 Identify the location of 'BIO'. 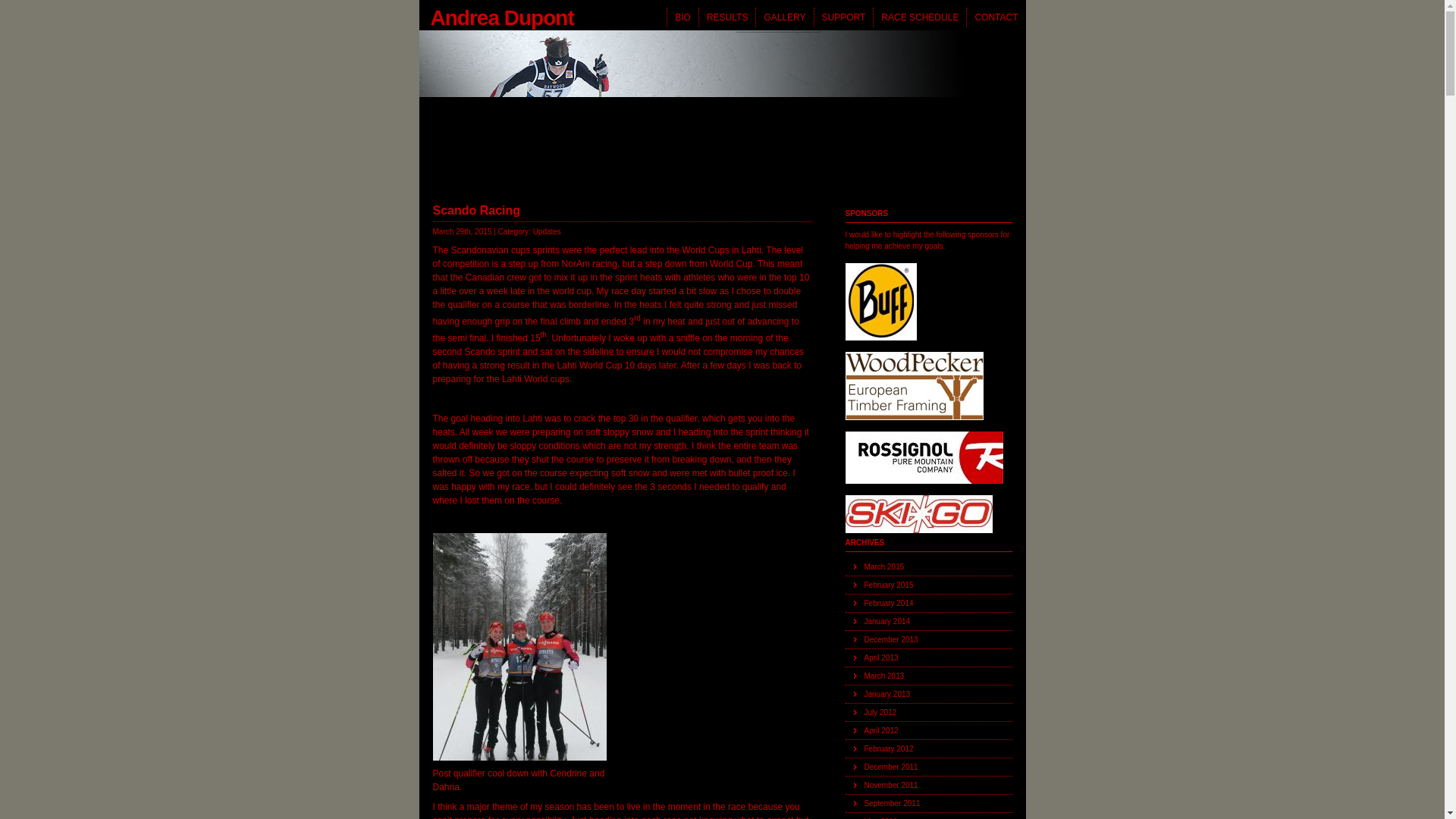
(666, 17).